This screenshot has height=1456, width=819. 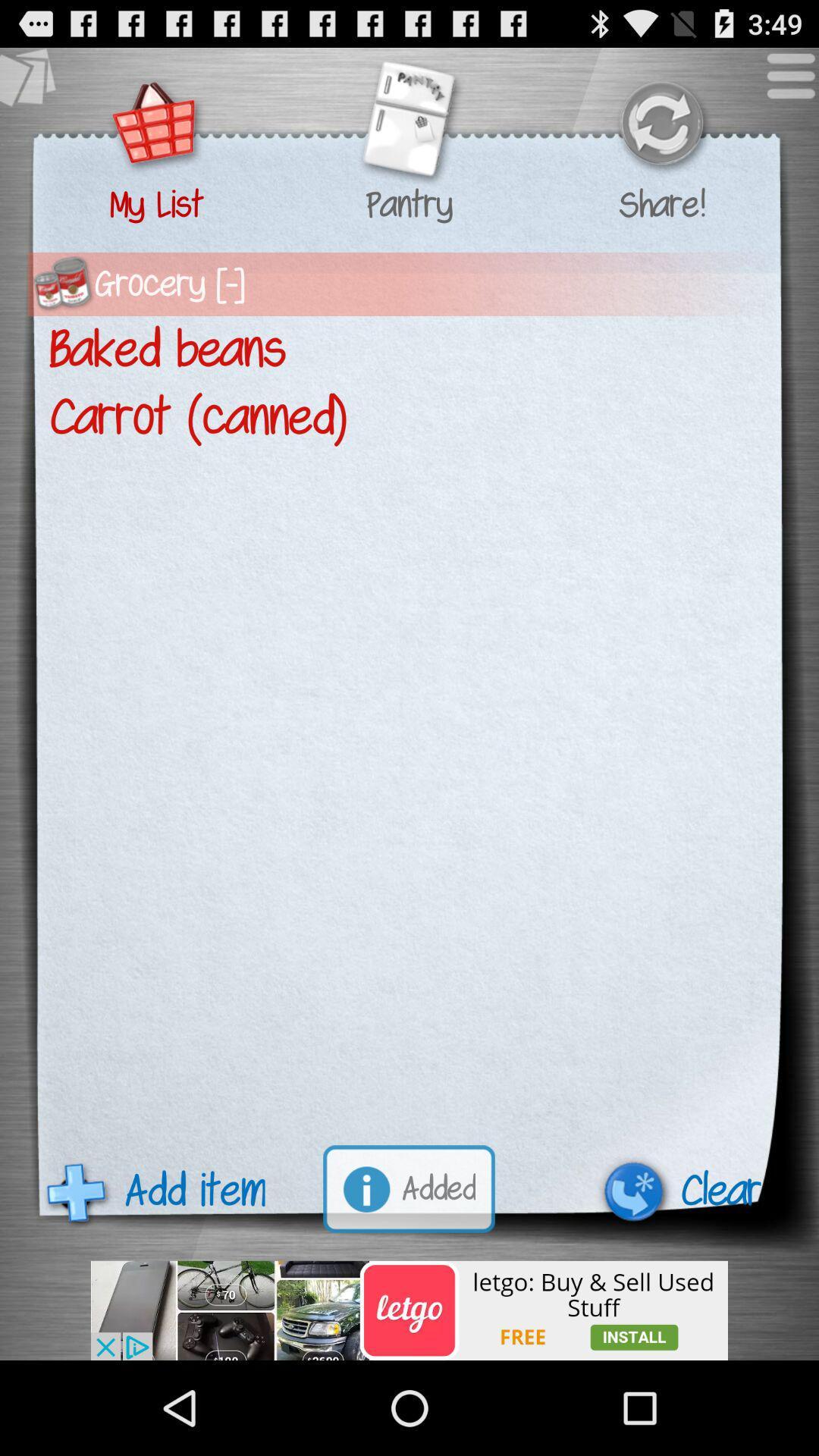 I want to click on pantry option button, so click(x=408, y=125).